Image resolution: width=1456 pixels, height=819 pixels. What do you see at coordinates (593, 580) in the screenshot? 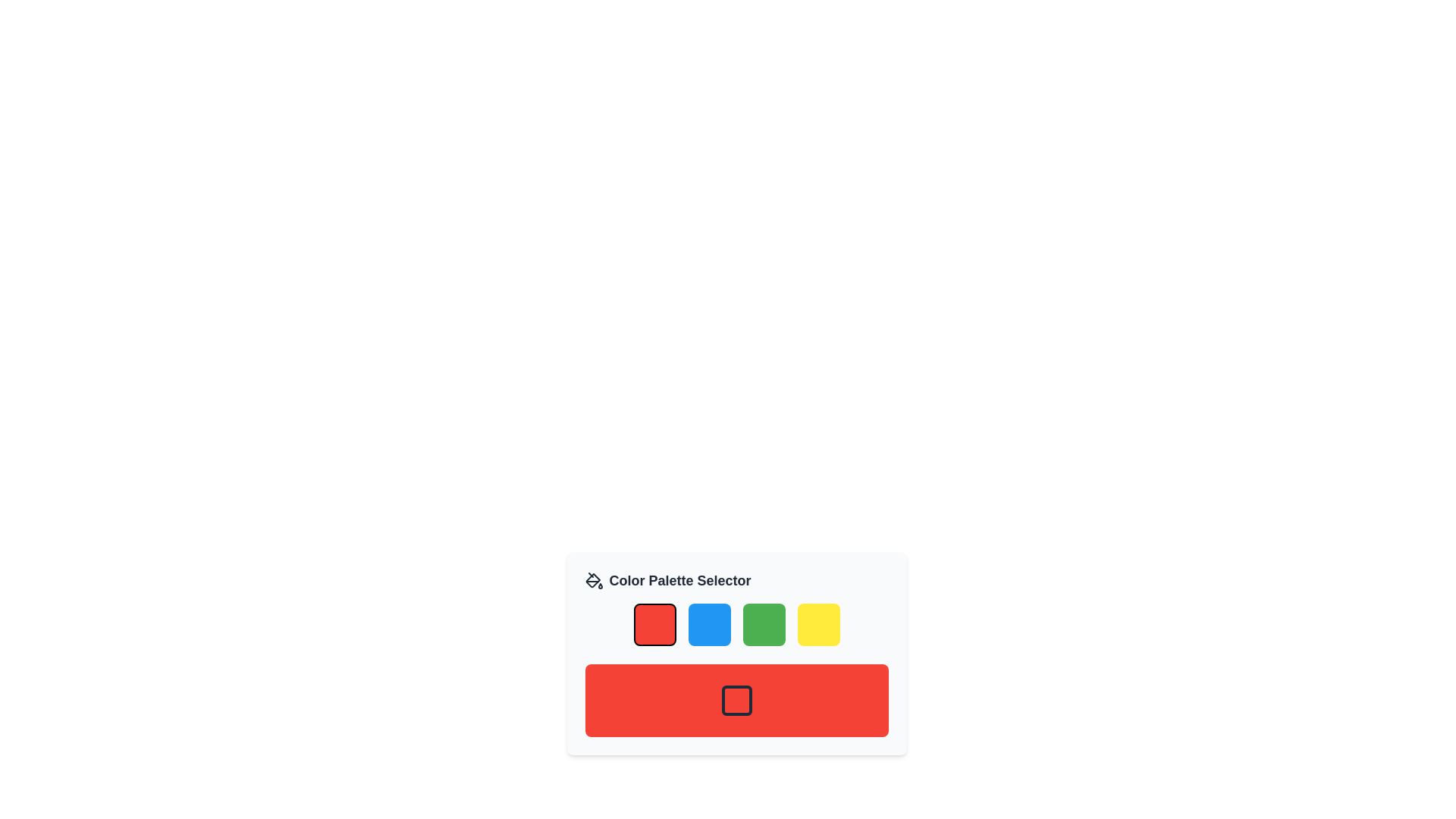
I see `the decorative icon located to the left of the 'Color Palette Selector' label` at bounding box center [593, 580].